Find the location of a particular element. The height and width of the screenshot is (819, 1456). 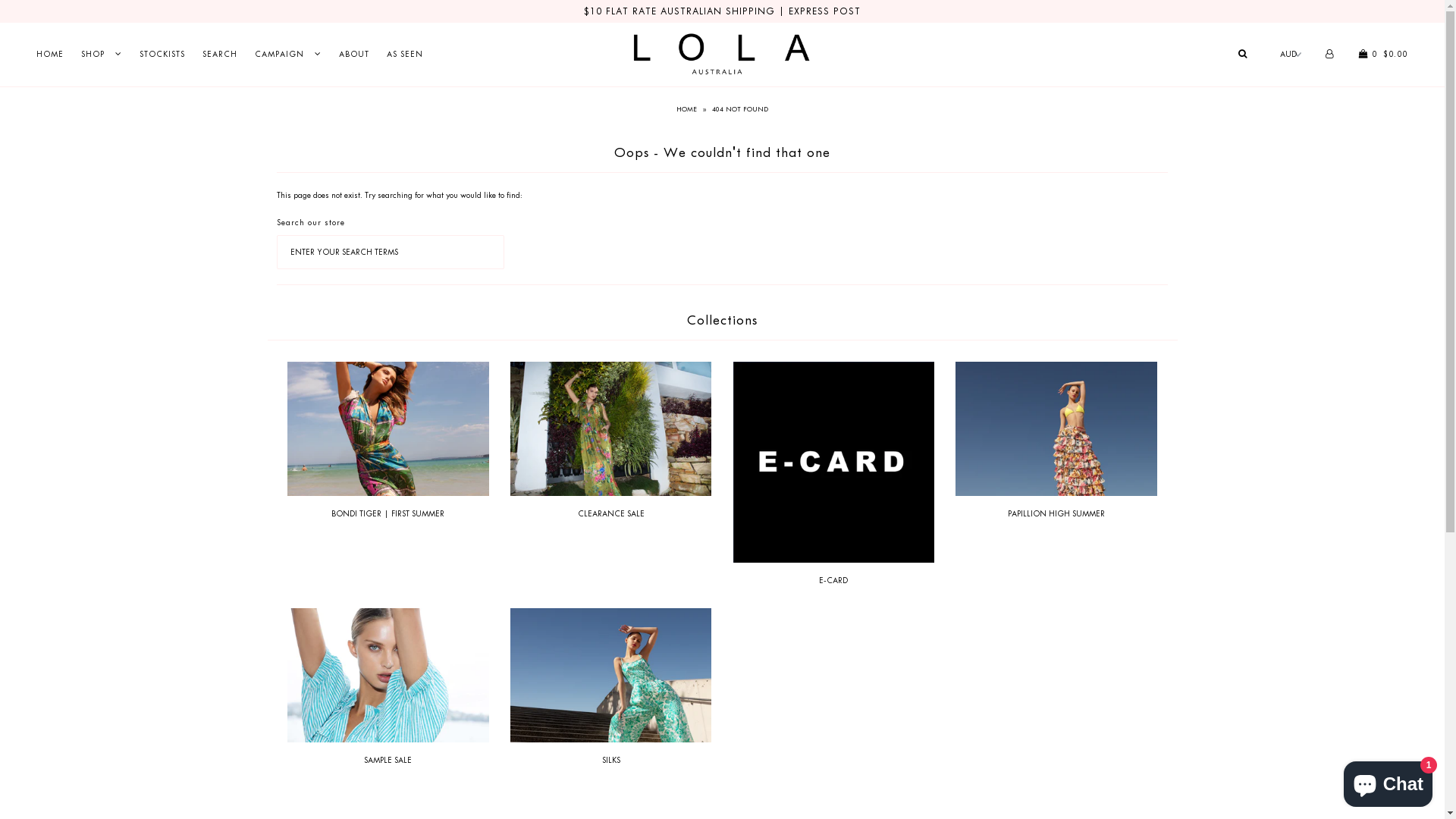

'SHOP' is located at coordinates (72, 53).